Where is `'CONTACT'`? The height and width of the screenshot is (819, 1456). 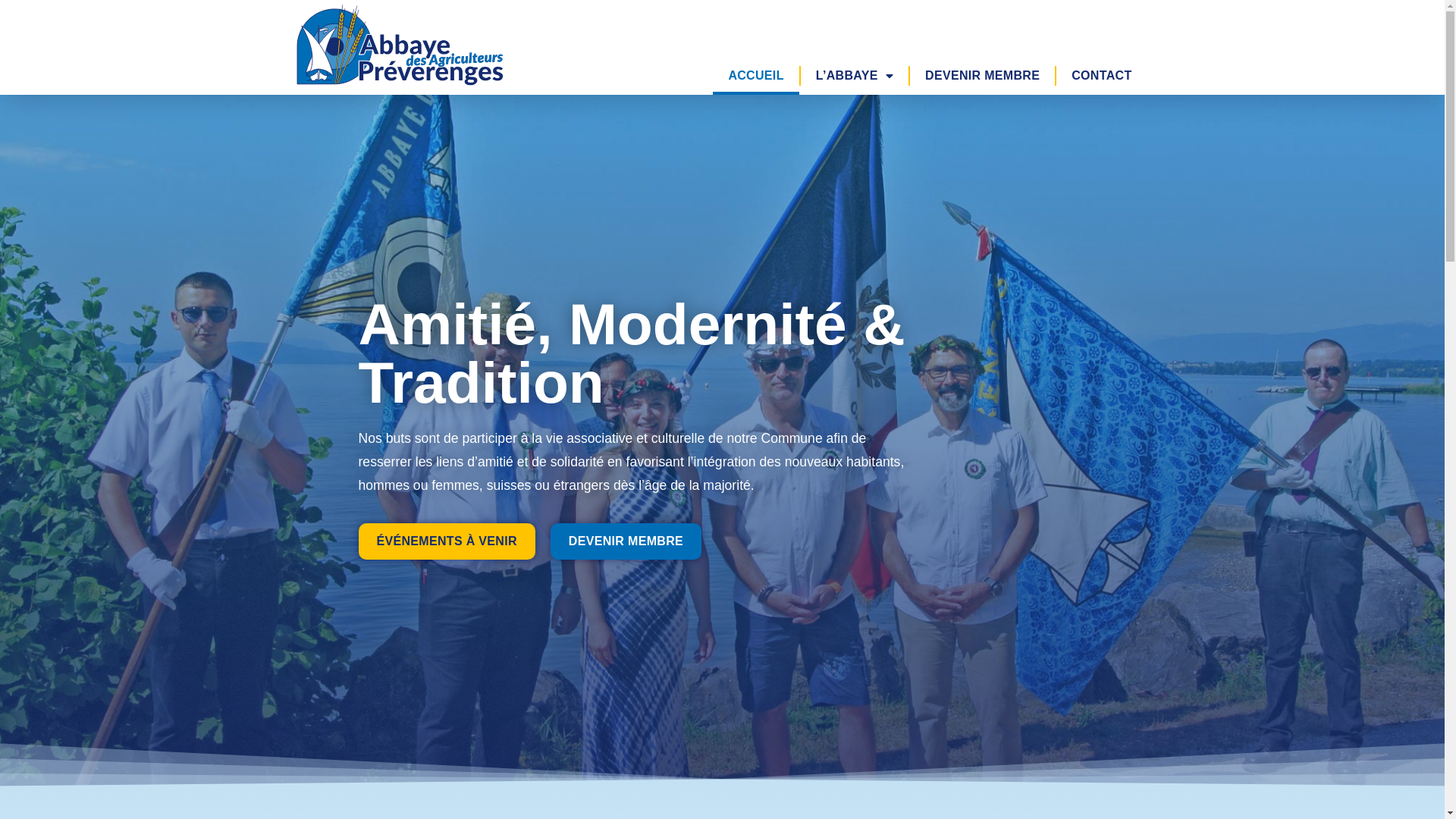
'CONTACT' is located at coordinates (1101, 76).